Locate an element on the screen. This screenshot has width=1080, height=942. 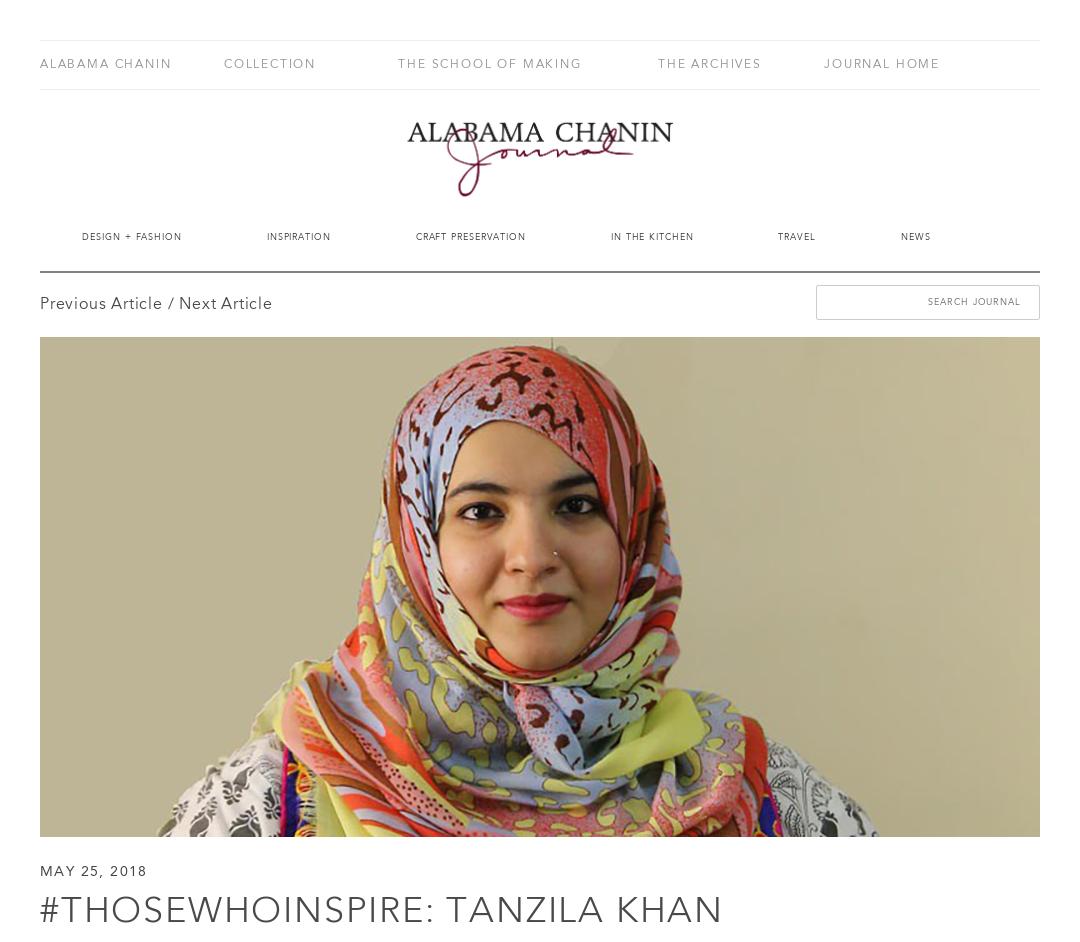
'#THOSEWHOINSPIRE: TANZILA KHAN' is located at coordinates (381, 911).